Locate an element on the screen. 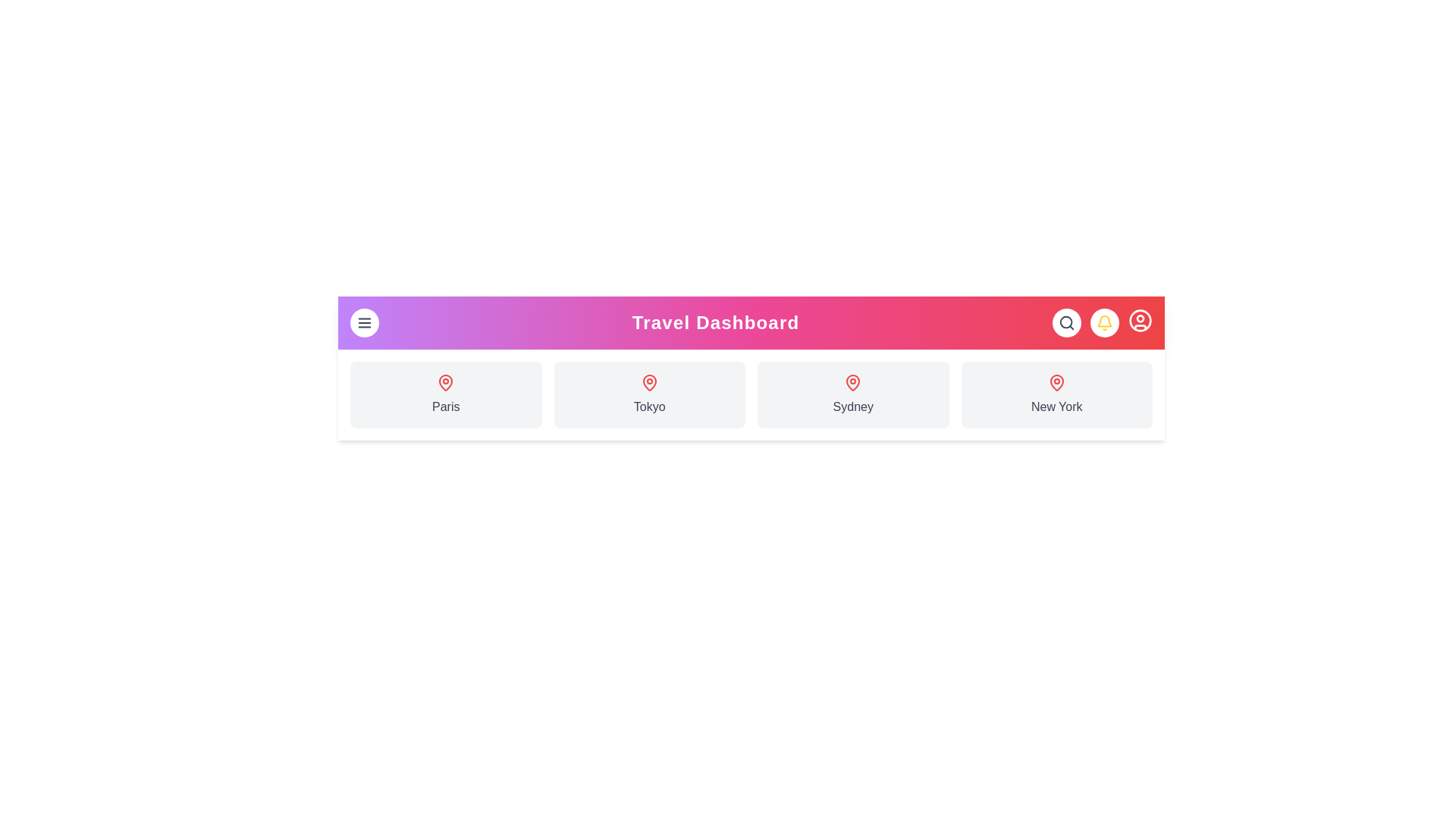 The width and height of the screenshot is (1456, 819). the city card for Sydney to view its details is located at coordinates (853, 394).